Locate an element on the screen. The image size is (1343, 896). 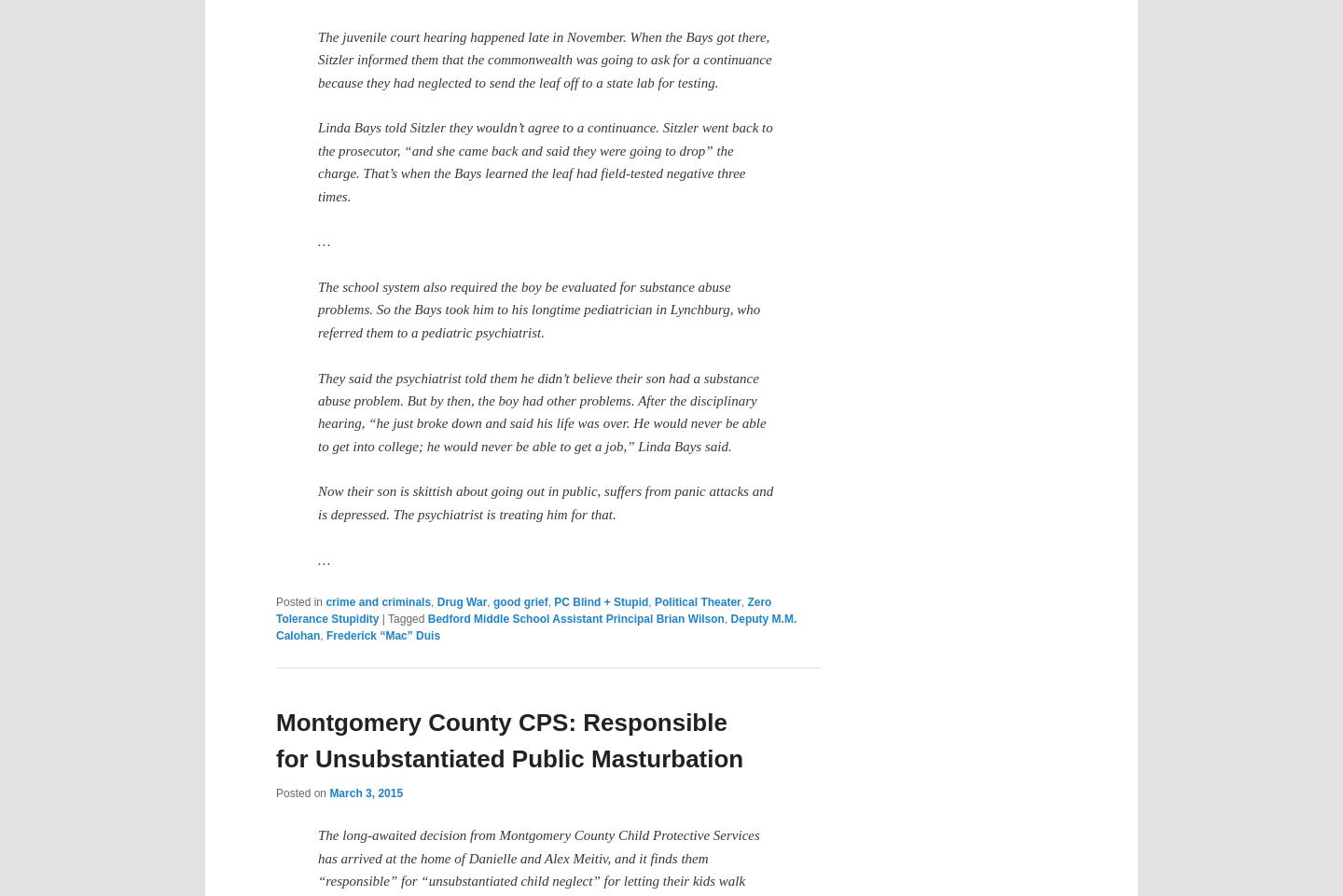
'March 3, 2015' is located at coordinates (365, 793).